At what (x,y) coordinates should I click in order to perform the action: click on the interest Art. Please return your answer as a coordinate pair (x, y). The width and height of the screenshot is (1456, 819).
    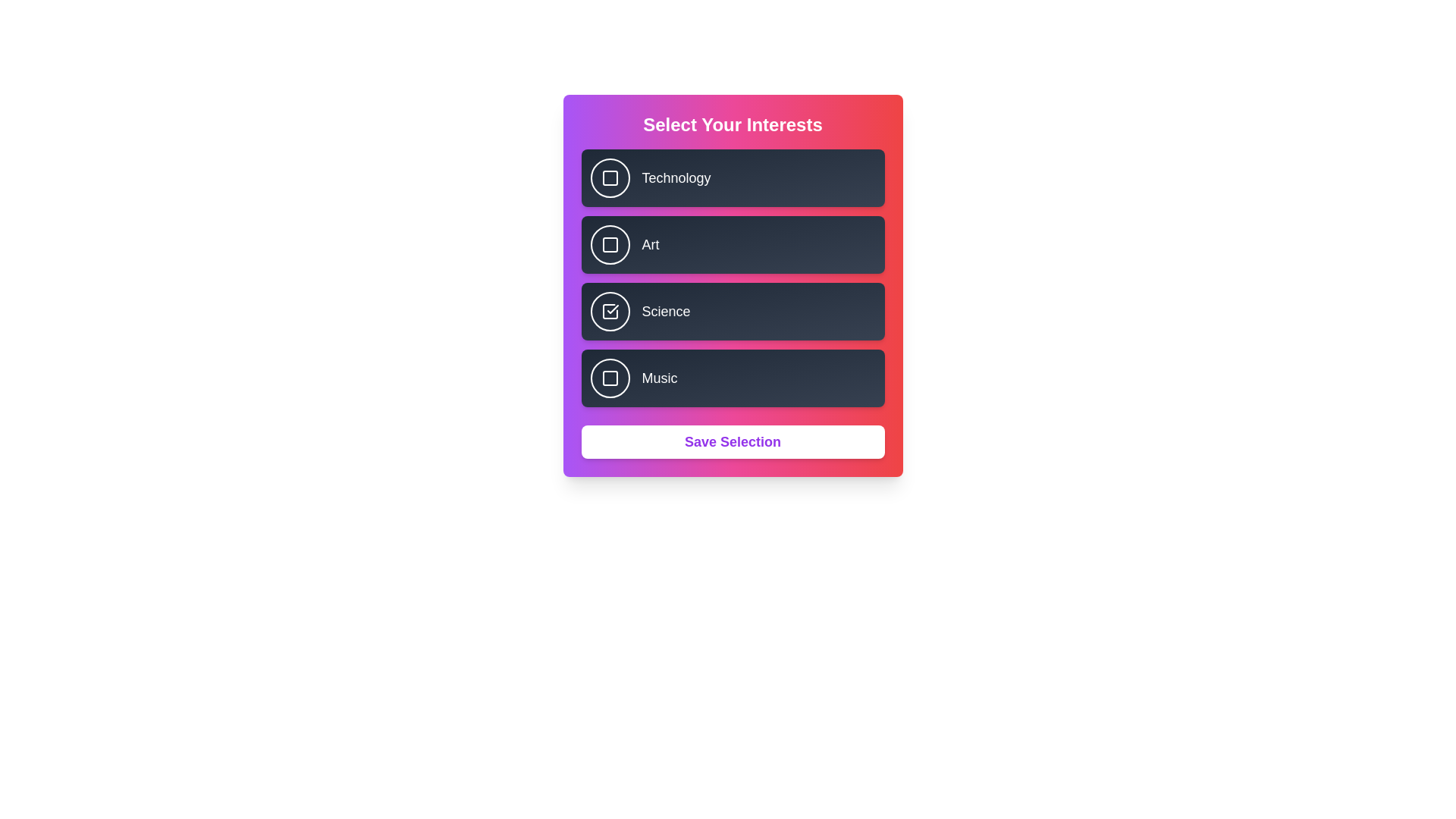
    Looking at the image, I should click on (610, 244).